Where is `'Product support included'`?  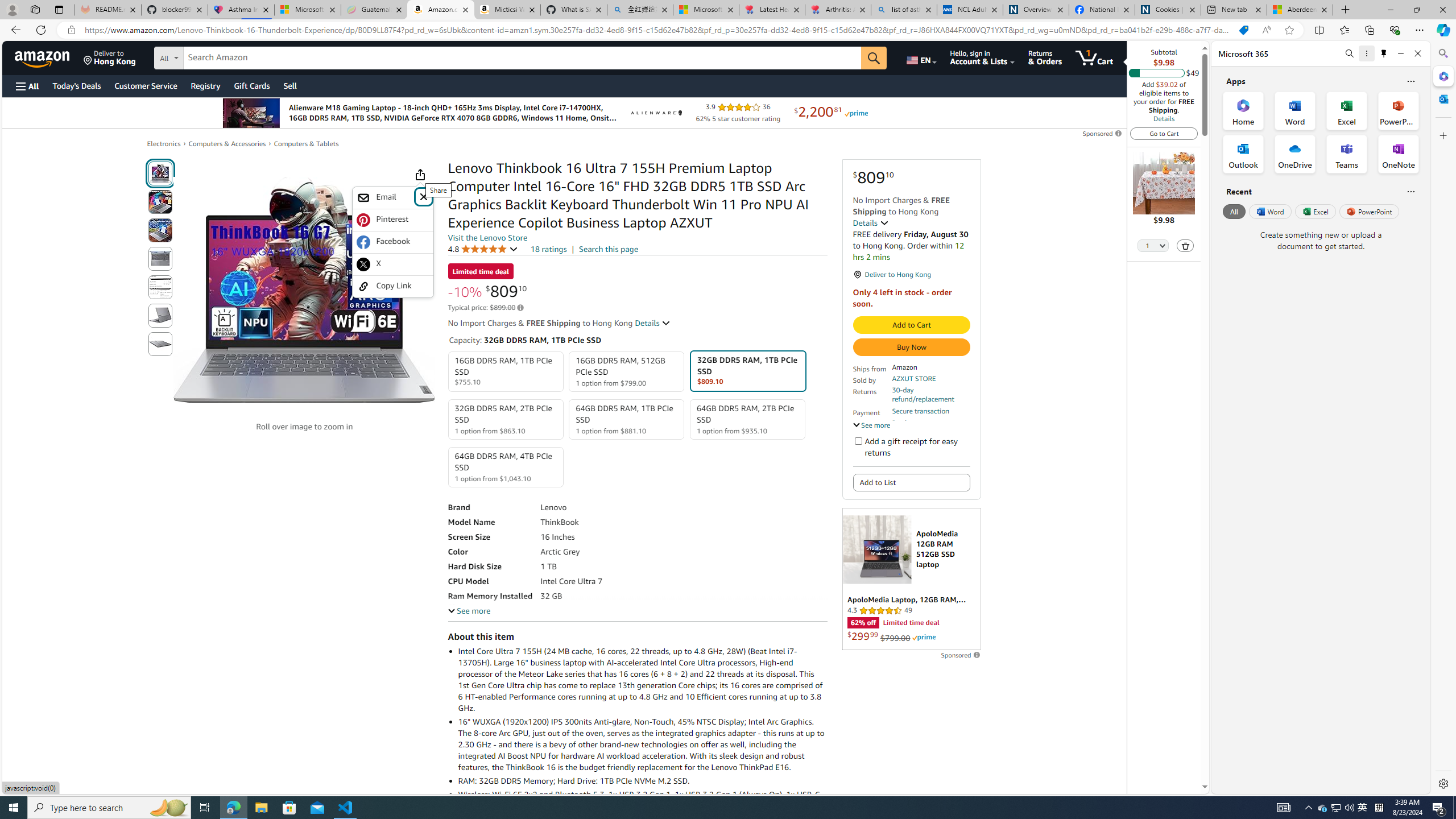
'Product support included' is located at coordinates (929, 427).